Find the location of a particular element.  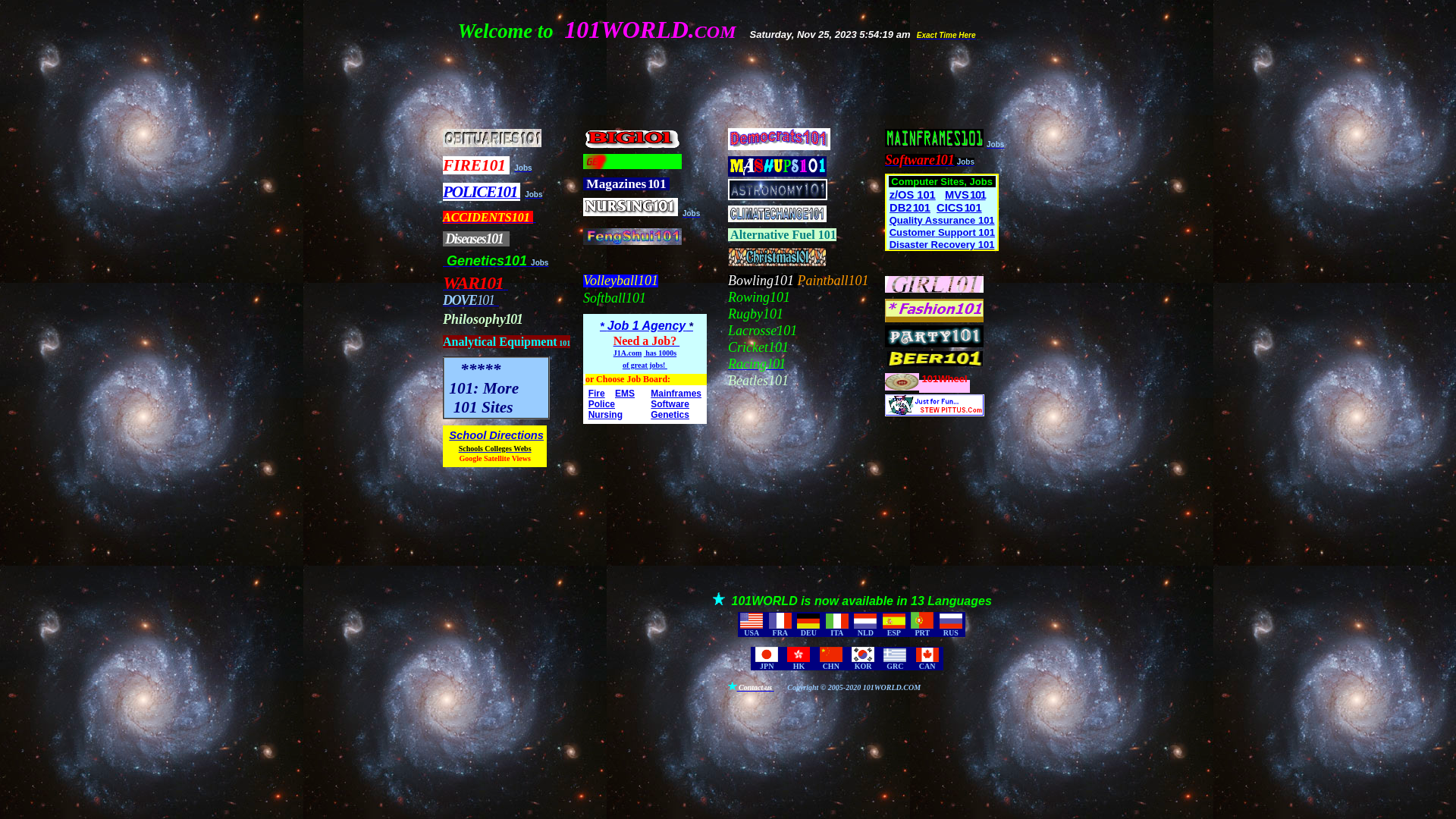

'EMS' is located at coordinates (625, 393).